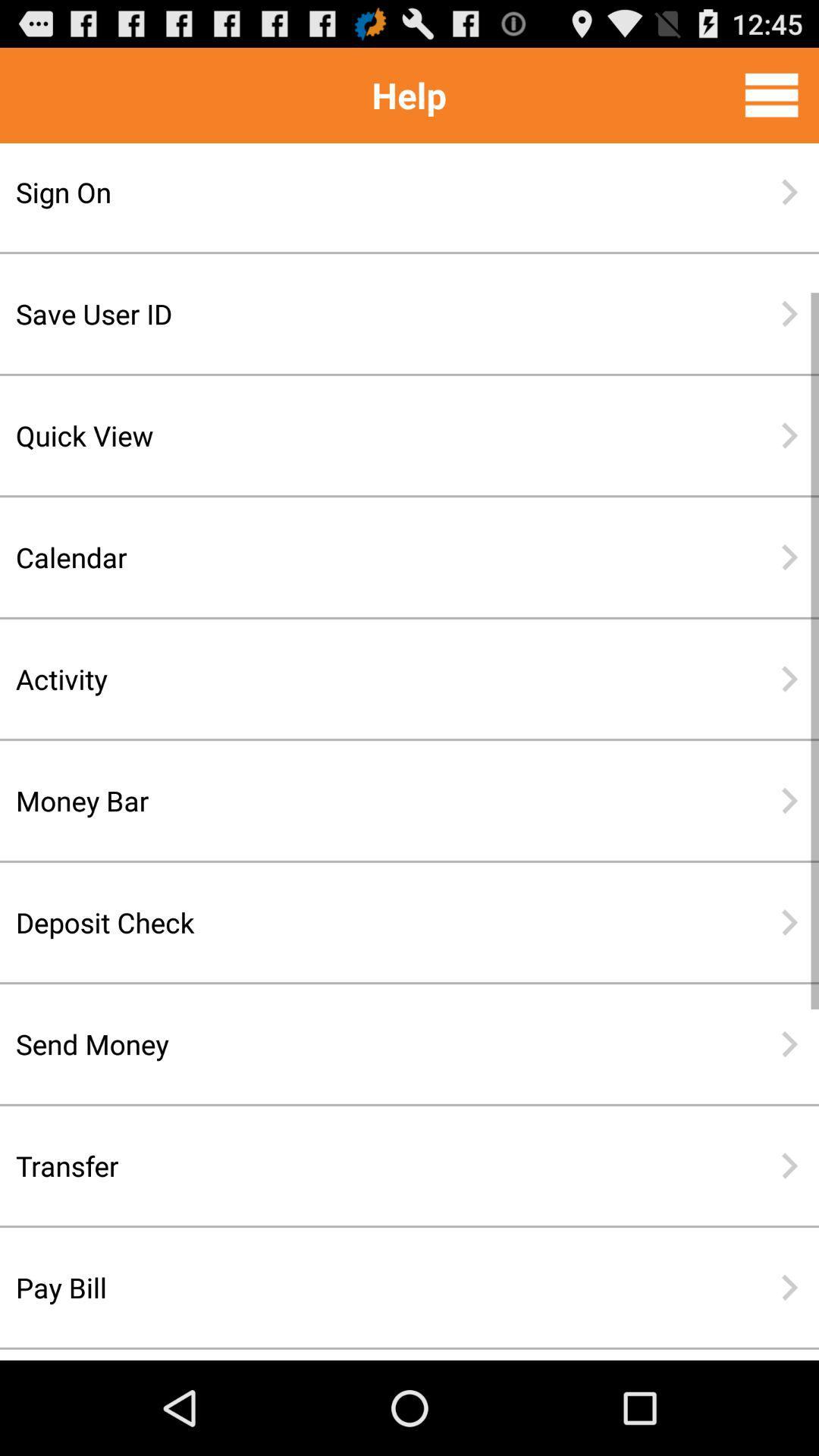  I want to click on the calendar icon, so click(360, 556).